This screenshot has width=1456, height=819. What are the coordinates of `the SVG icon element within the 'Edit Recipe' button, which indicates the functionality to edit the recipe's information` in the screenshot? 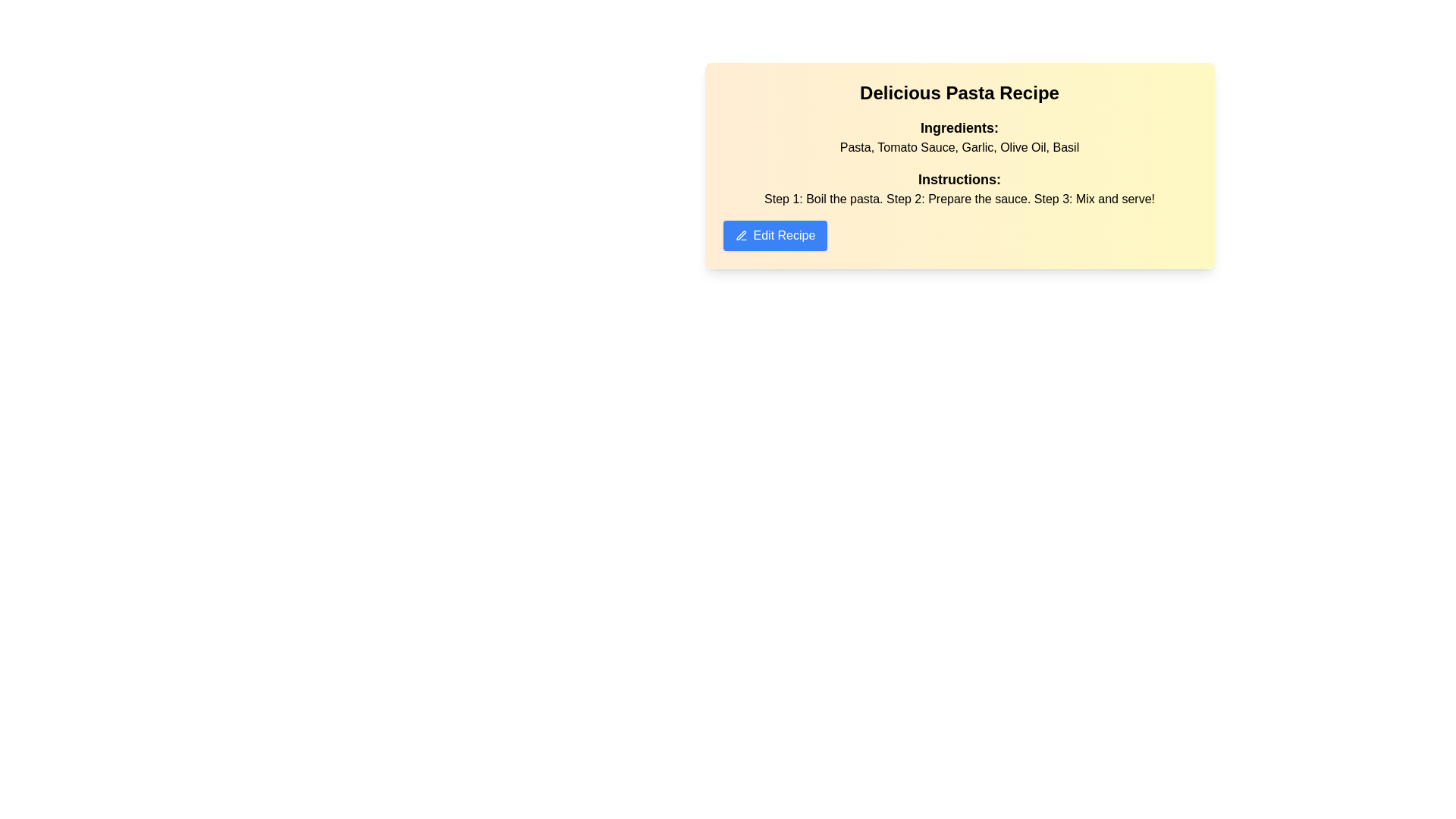 It's located at (741, 235).